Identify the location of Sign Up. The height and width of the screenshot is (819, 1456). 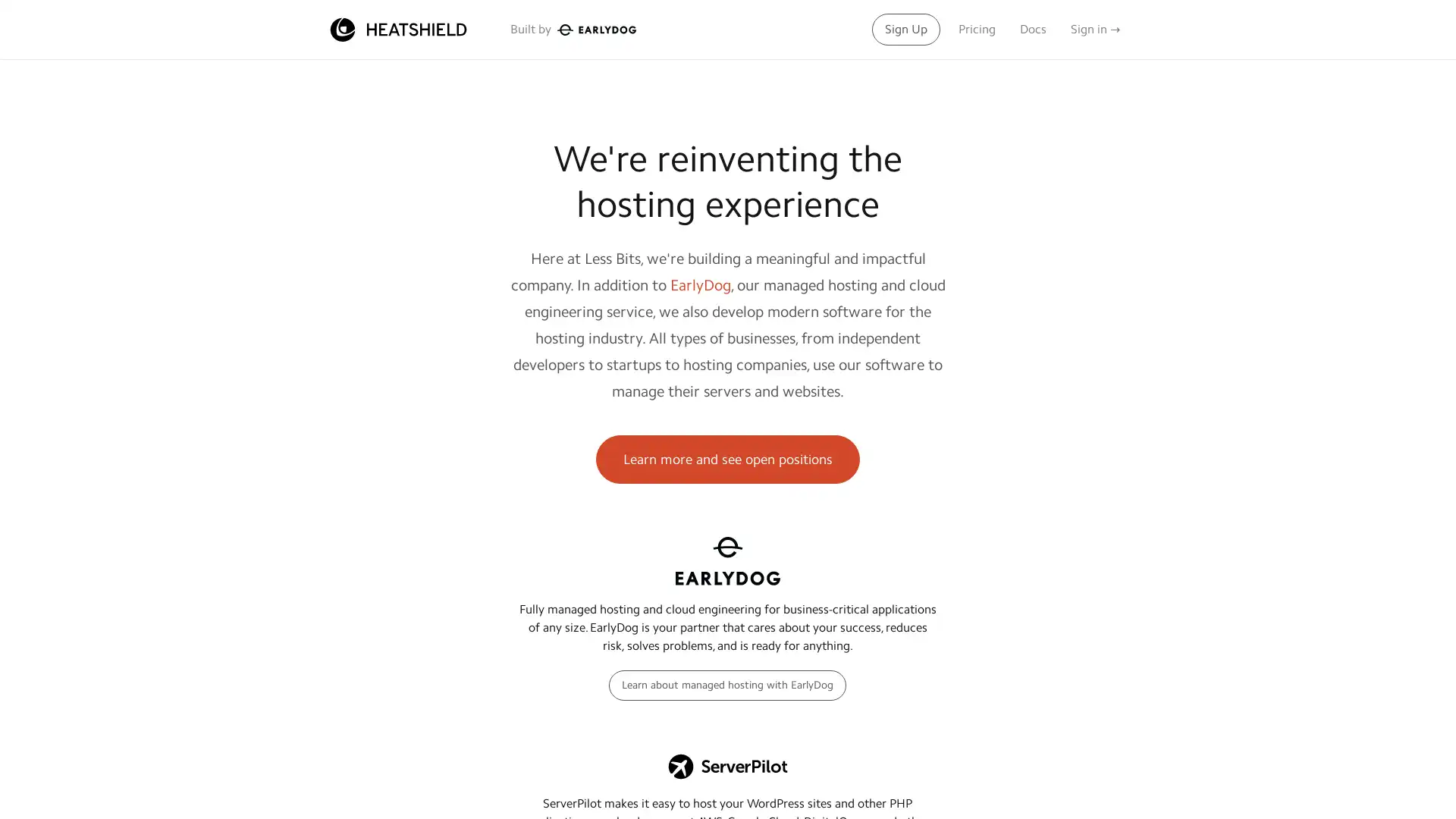
(906, 29).